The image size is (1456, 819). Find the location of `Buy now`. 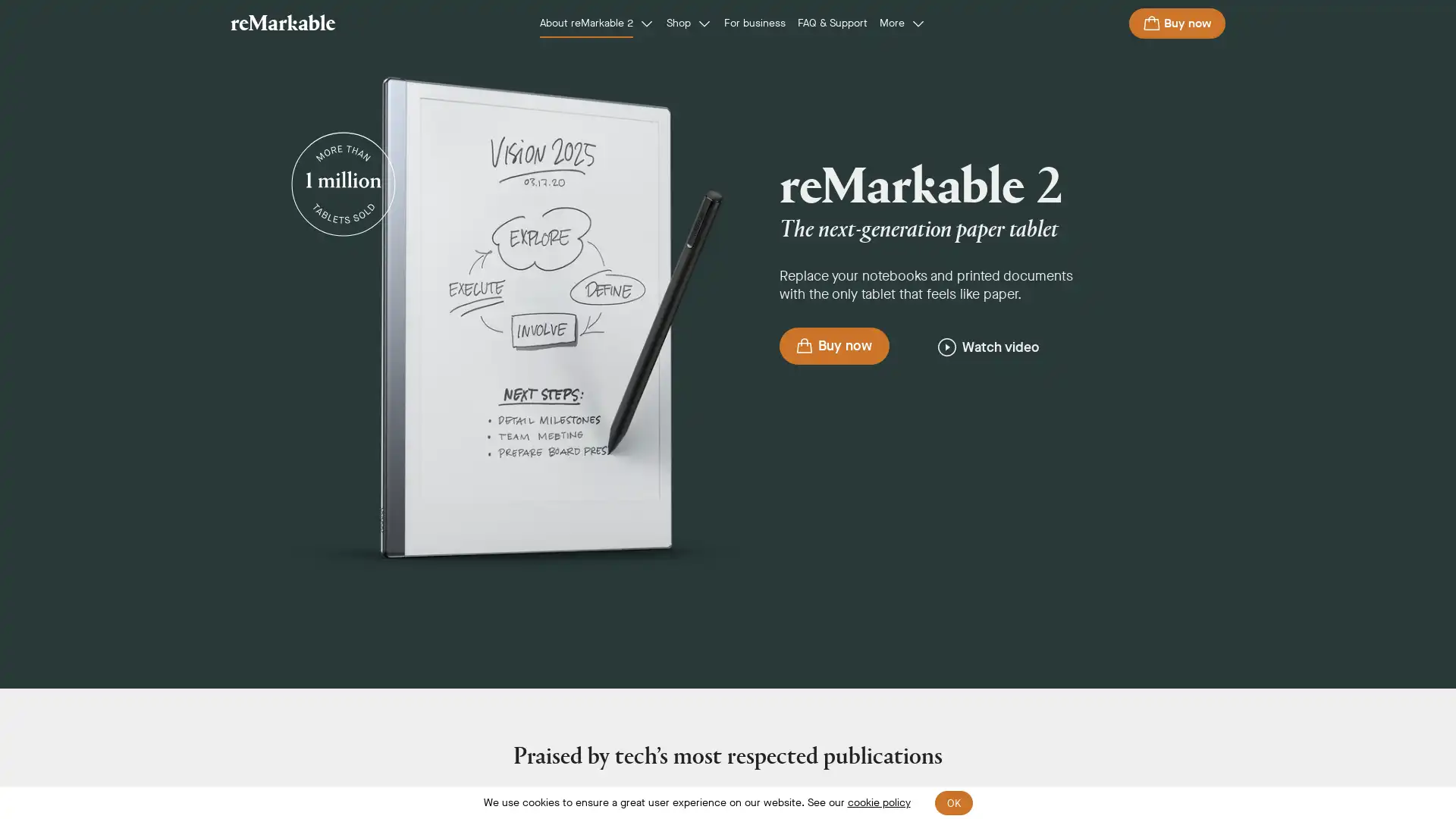

Buy now is located at coordinates (1176, 23).